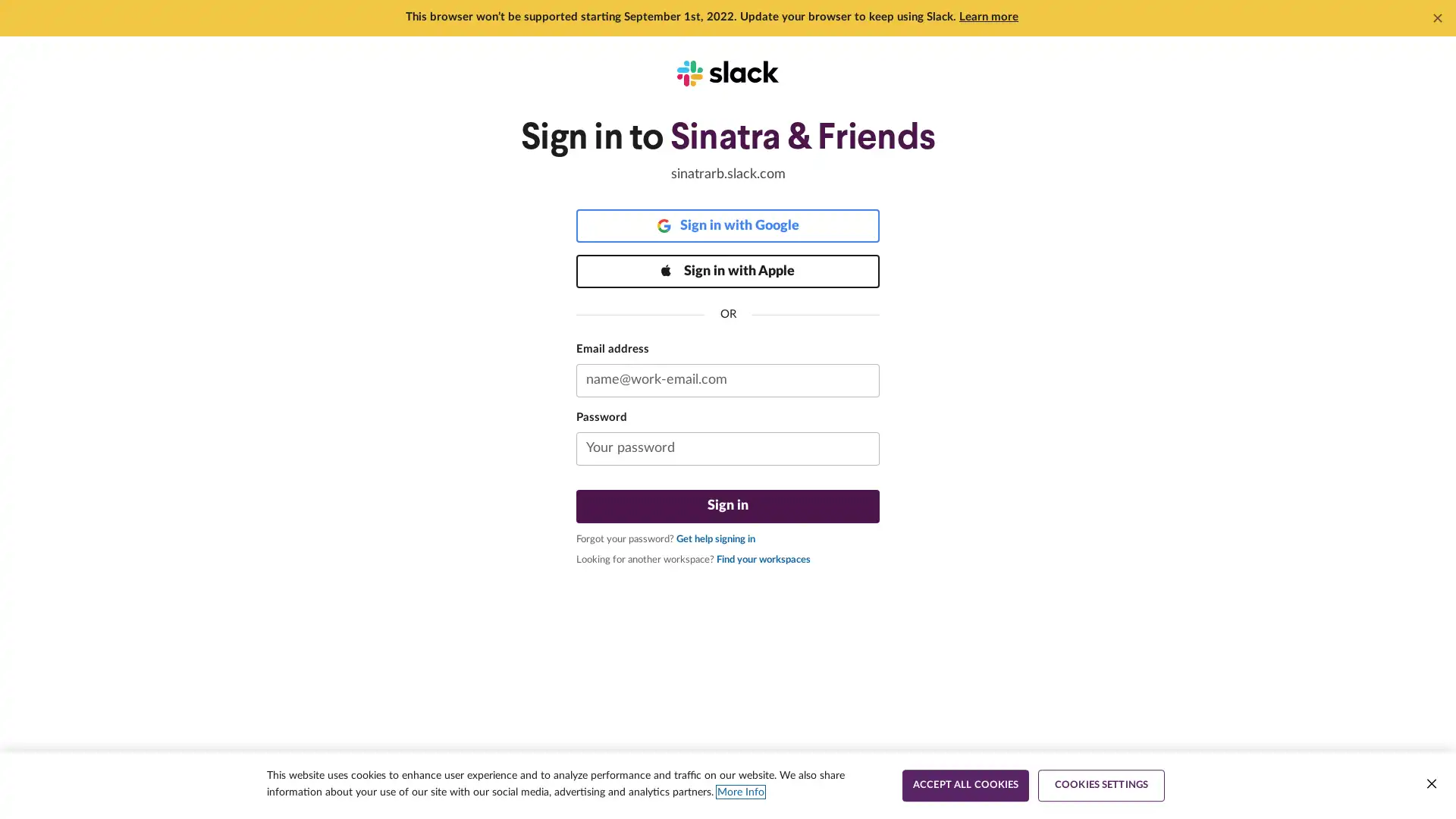  What do you see at coordinates (728, 225) in the screenshot?
I see `Sign in with Google` at bounding box center [728, 225].